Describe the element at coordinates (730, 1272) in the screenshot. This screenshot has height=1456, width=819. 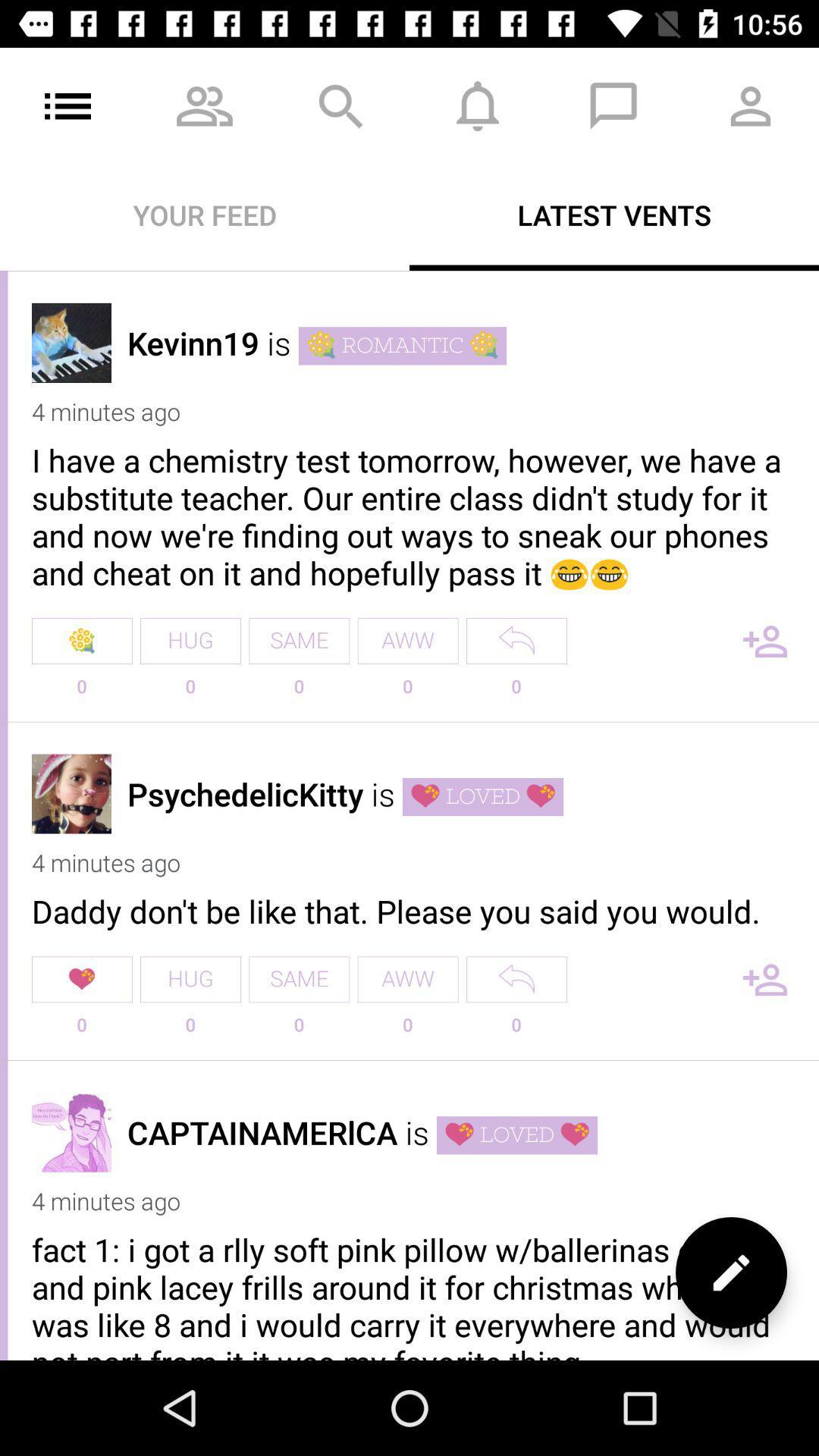
I see `the edit icon` at that location.